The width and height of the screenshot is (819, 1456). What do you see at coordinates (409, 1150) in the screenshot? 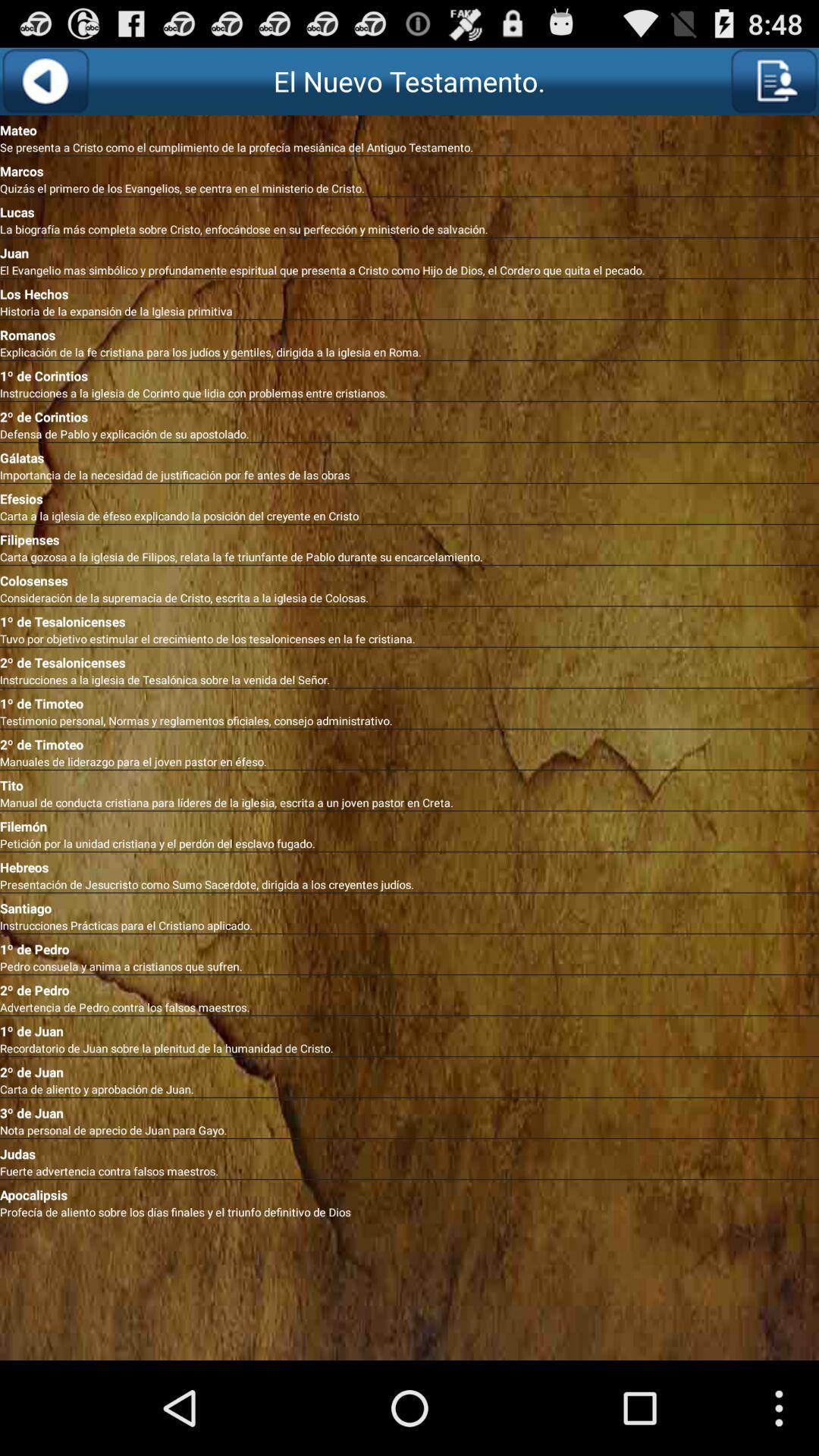
I see `app above fuerte advertencia contra` at bounding box center [409, 1150].